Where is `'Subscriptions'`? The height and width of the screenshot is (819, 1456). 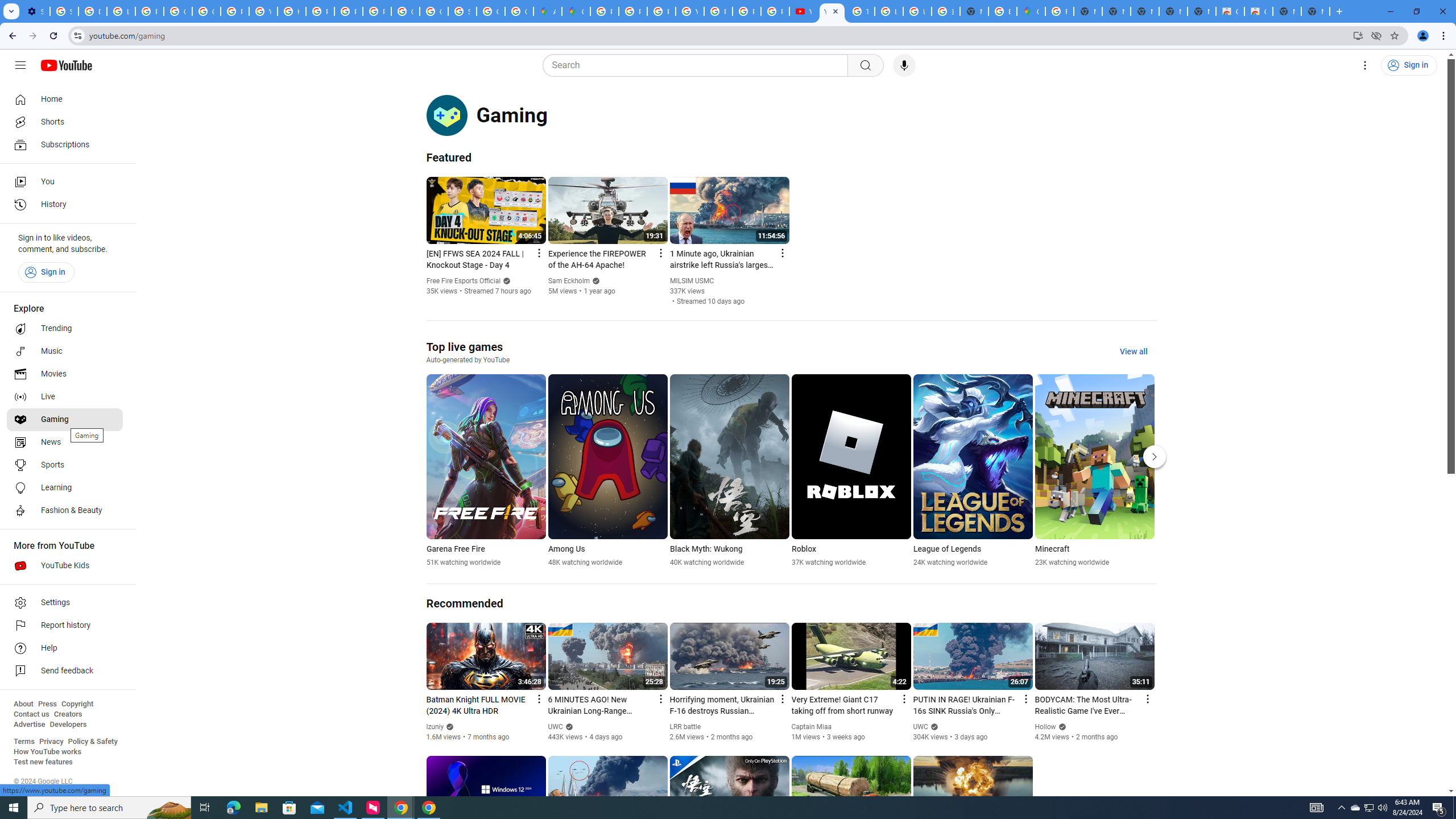 'Subscriptions' is located at coordinates (64, 144).